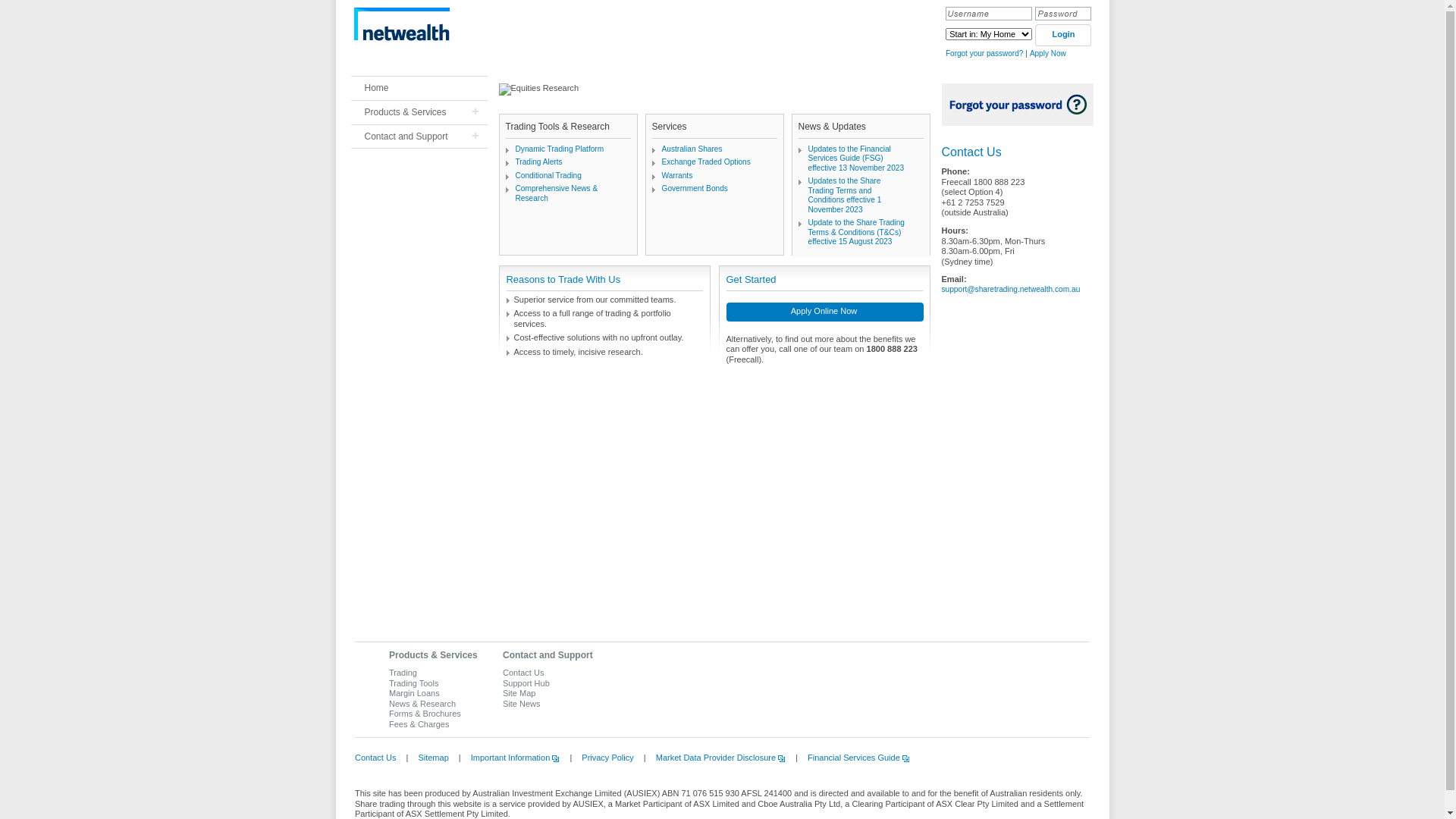 This screenshot has width=1456, height=819. Describe the element at coordinates (428, 758) in the screenshot. I see `'Sitemap'` at that location.